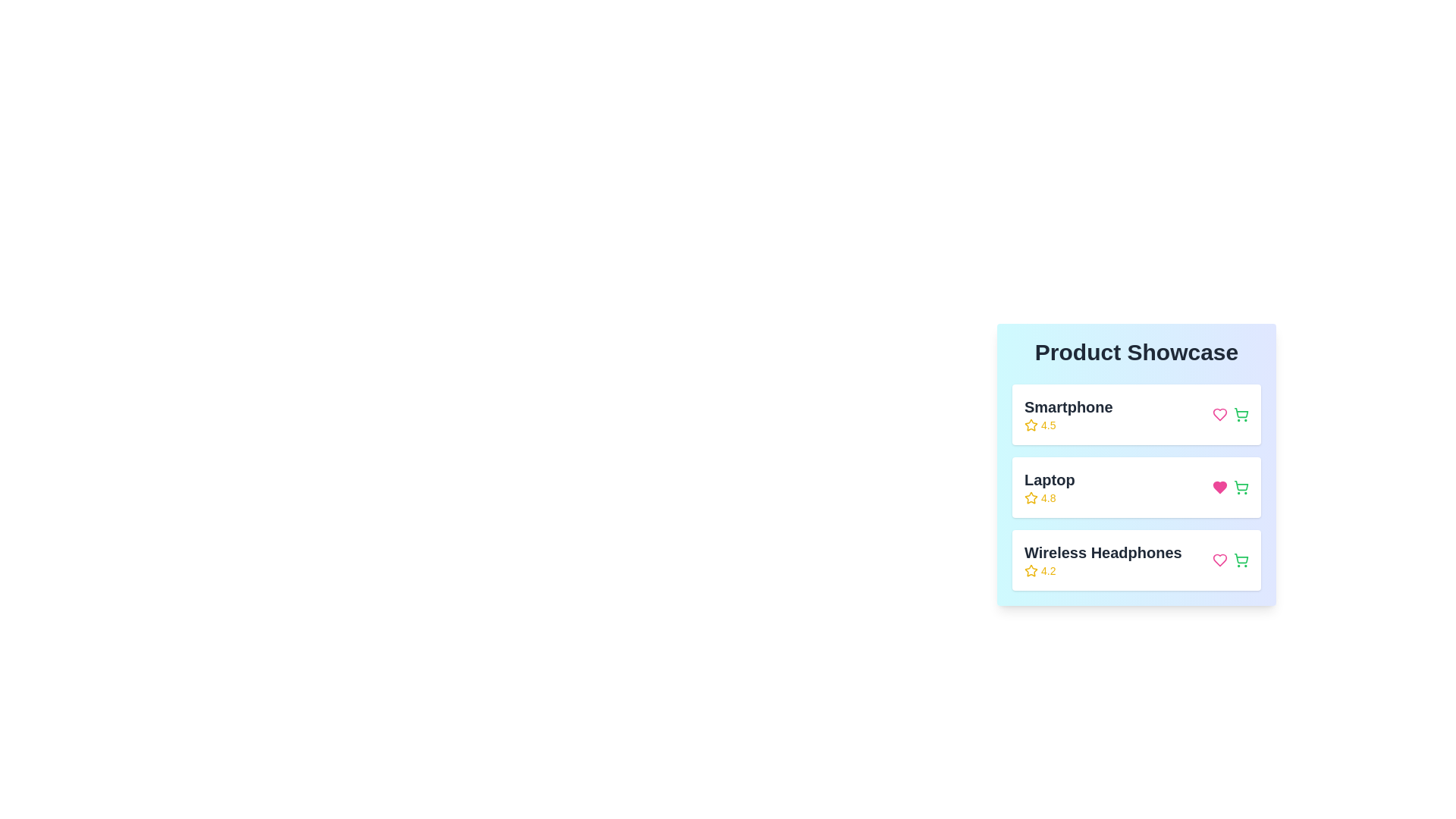 The image size is (1456, 819). I want to click on shopping cart button for the product Wireless Headphones, so click(1241, 560).